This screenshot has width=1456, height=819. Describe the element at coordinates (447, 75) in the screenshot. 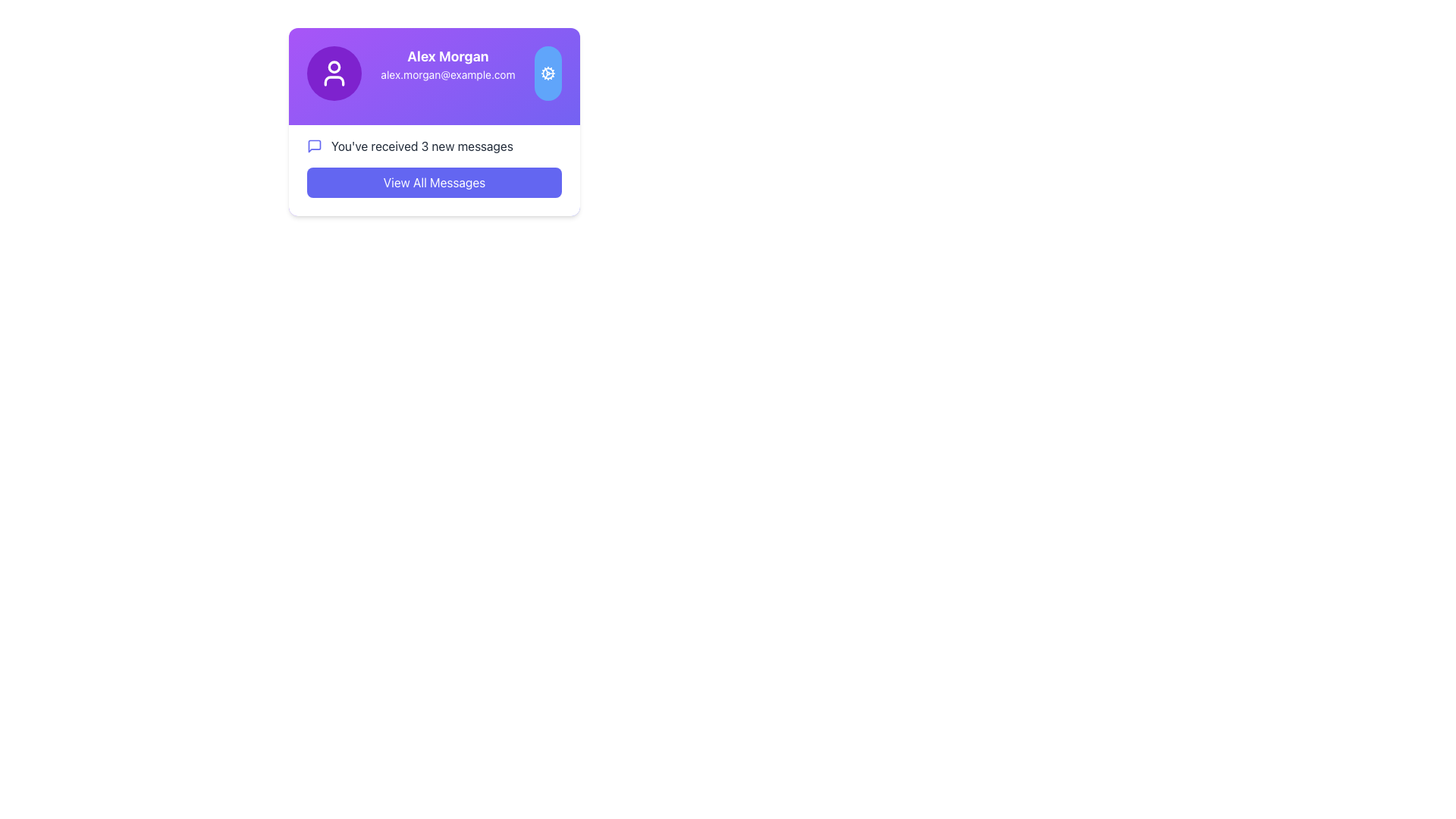

I see `the informational text displaying the email address for user 'Alex Morgan', which is centrally aligned below the title text within the card UI component` at that location.